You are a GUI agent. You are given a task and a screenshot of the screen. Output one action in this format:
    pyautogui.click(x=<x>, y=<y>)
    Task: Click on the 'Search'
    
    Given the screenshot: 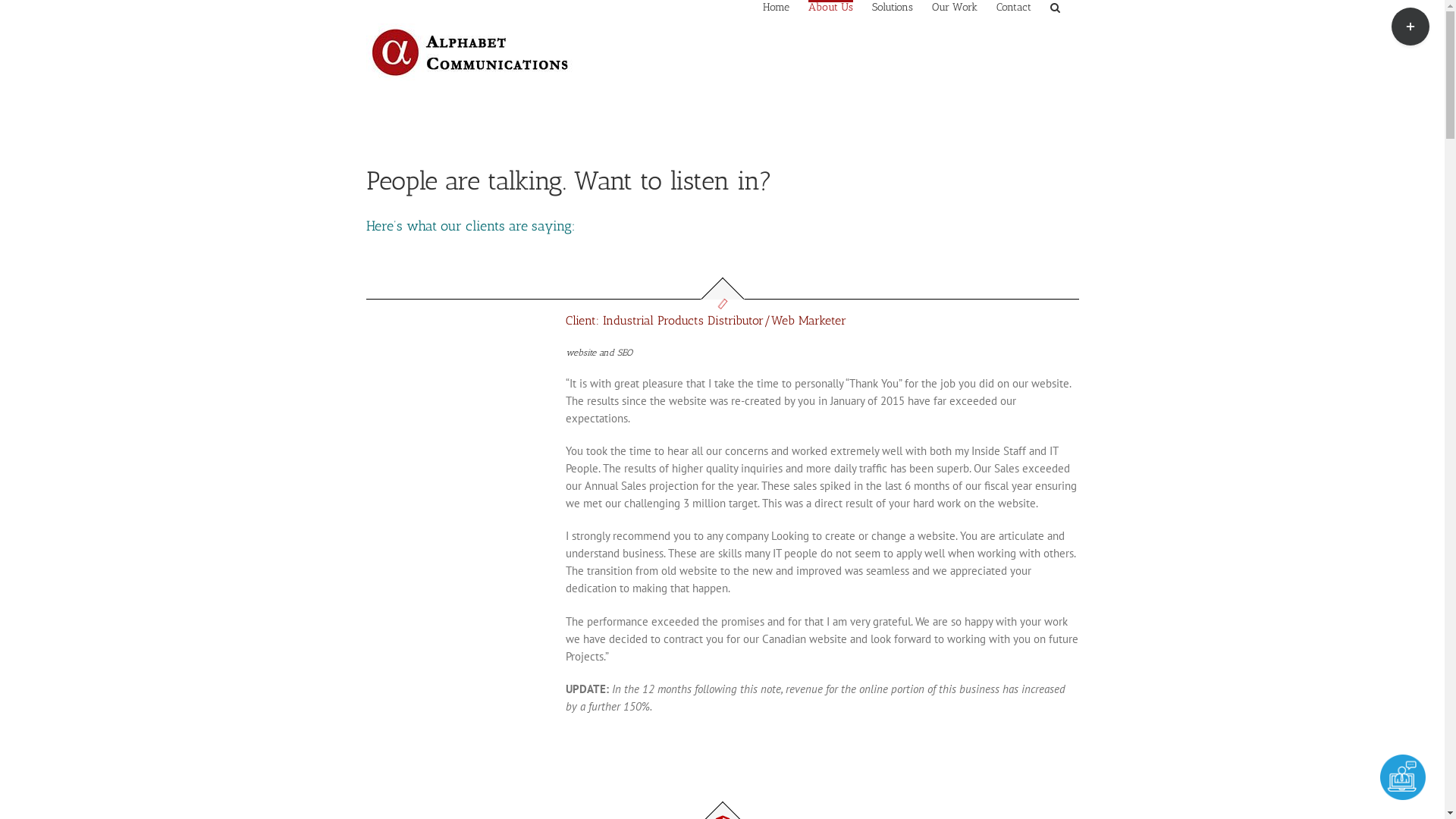 What is the action you would take?
    pyautogui.click(x=1053, y=6)
    